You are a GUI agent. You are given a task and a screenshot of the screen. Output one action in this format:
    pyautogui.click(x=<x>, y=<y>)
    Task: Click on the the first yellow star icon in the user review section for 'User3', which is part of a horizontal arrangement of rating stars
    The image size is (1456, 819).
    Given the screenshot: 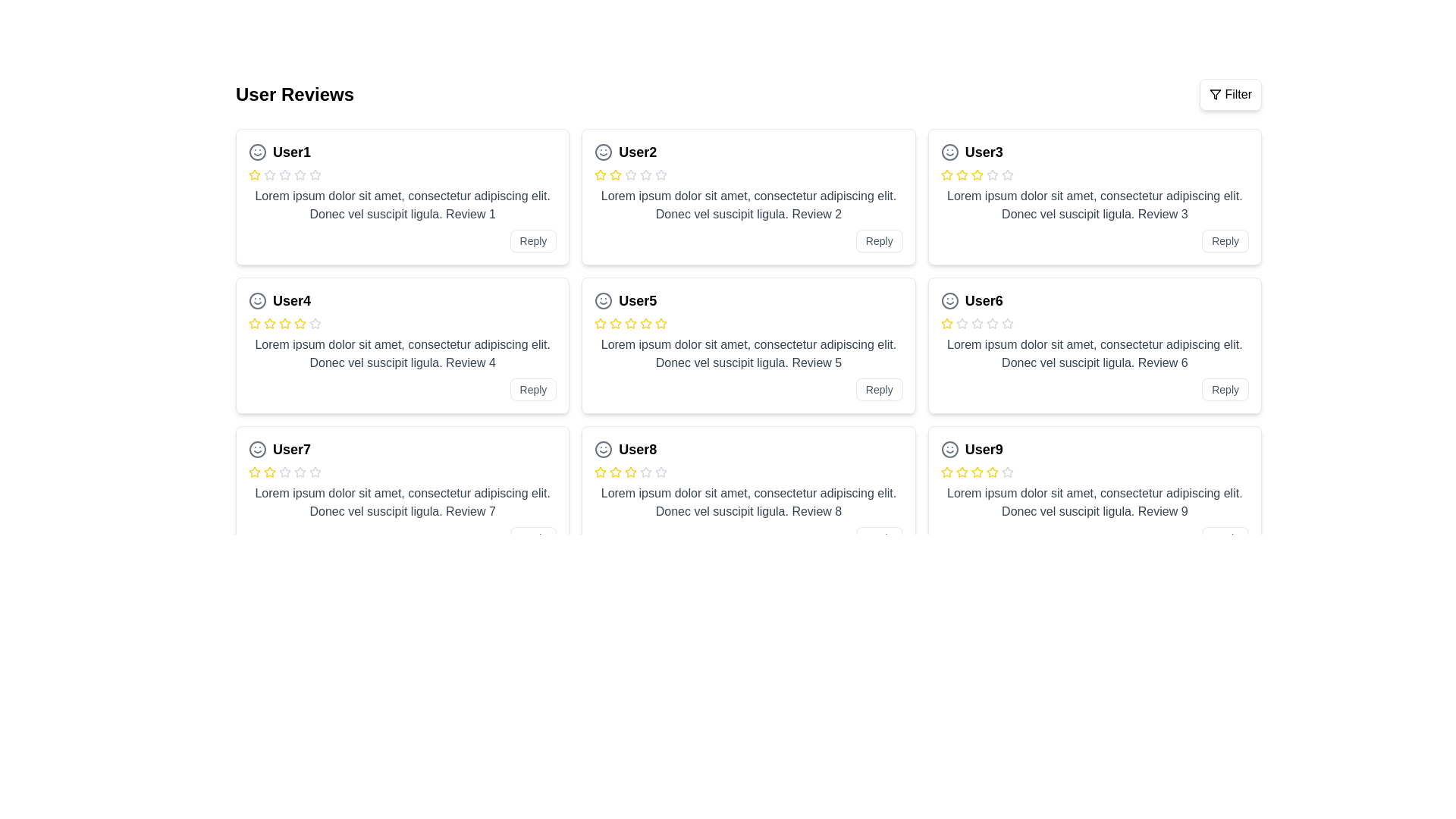 What is the action you would take?
    pyautogui.click(x=946, y=174)
    